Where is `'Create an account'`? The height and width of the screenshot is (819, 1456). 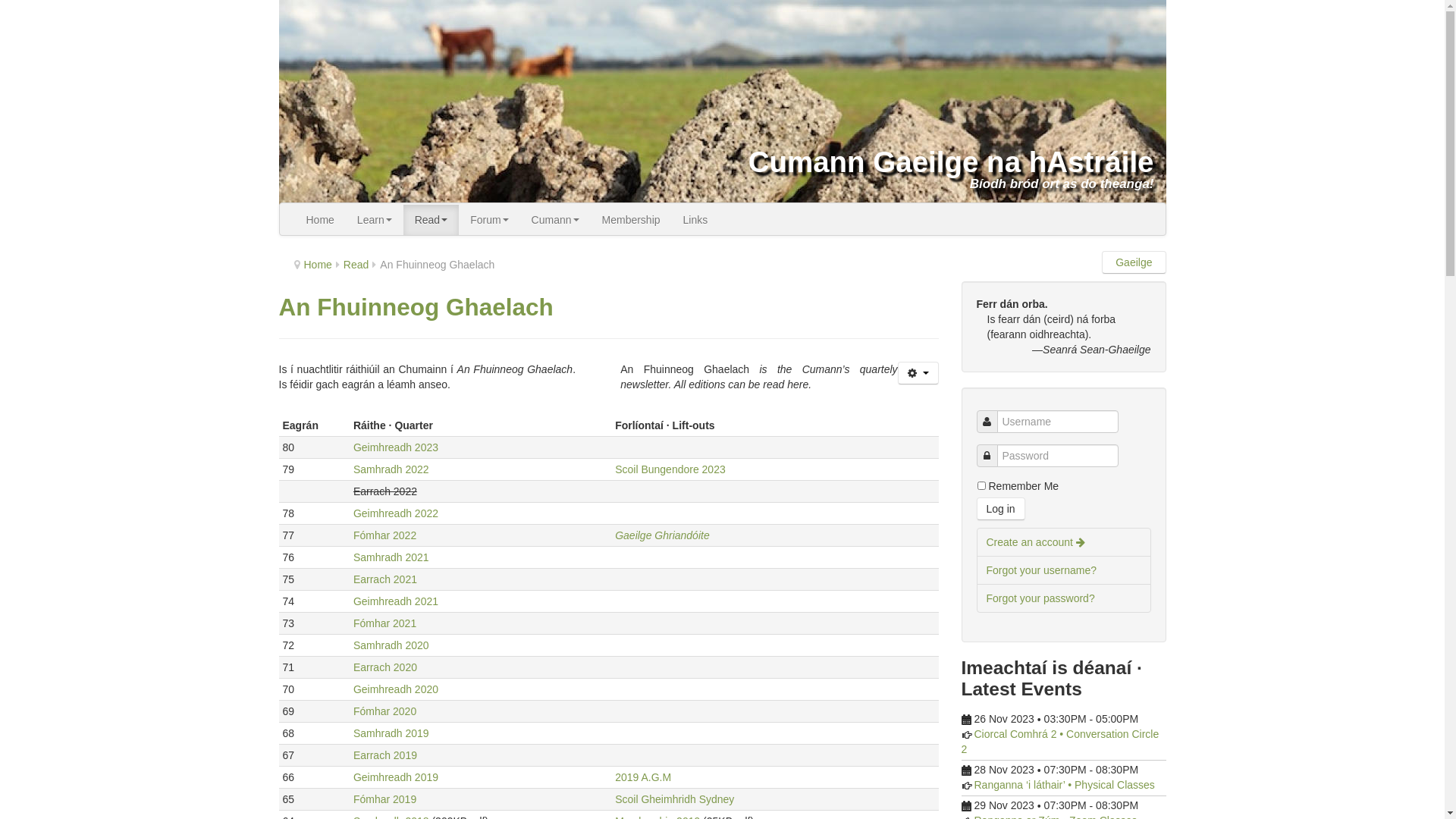 'Create an account' is located at coordinates (1062, 541).